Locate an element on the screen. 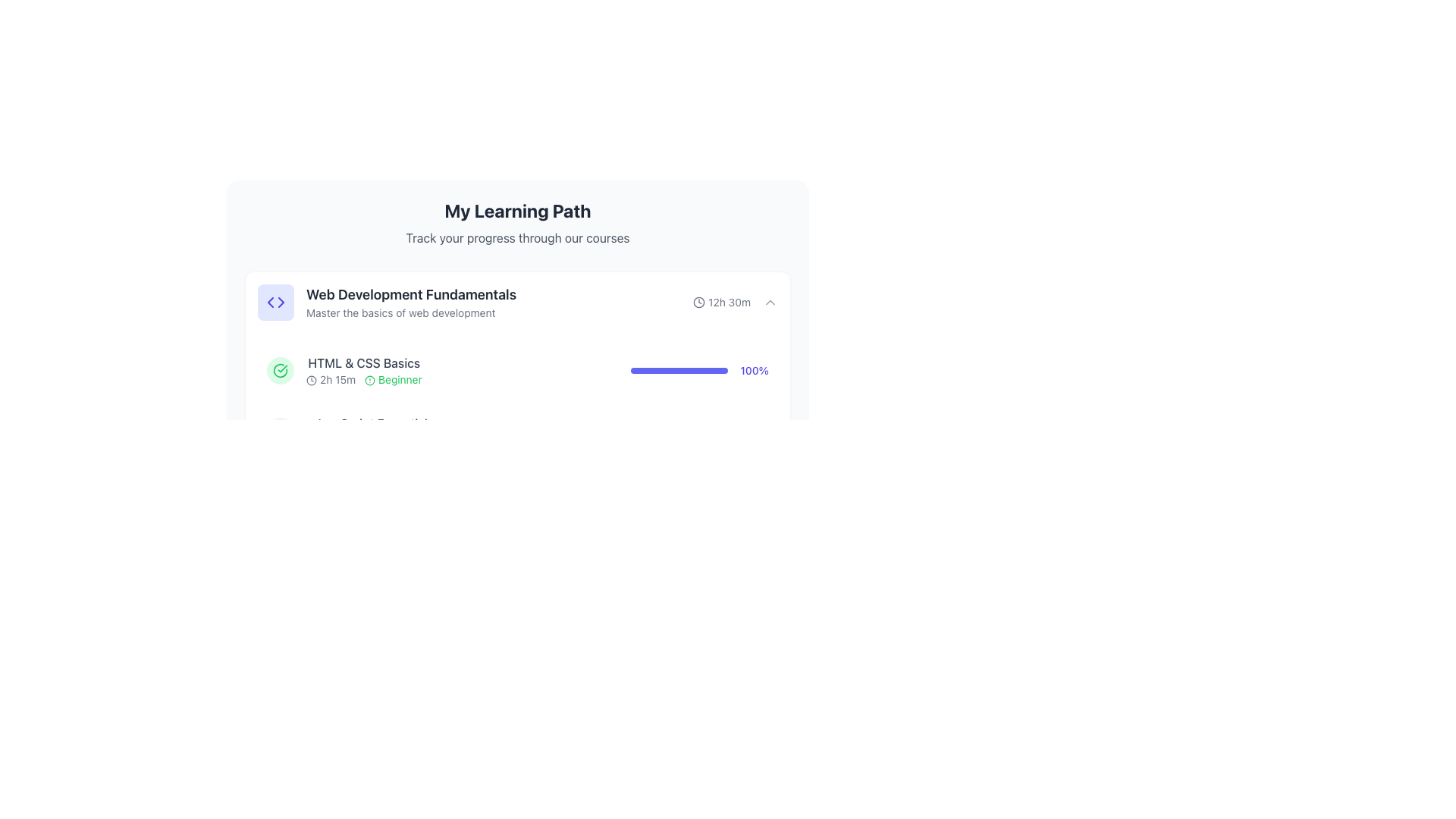 The width and height of the screenshot is (1456, 819). the Informational Label that displays the estimated time to complete (2h 15m) and the difficulty level (Beginner) for the course titled 'HTML & CSS Basics' is located at coordinates (364, 379).